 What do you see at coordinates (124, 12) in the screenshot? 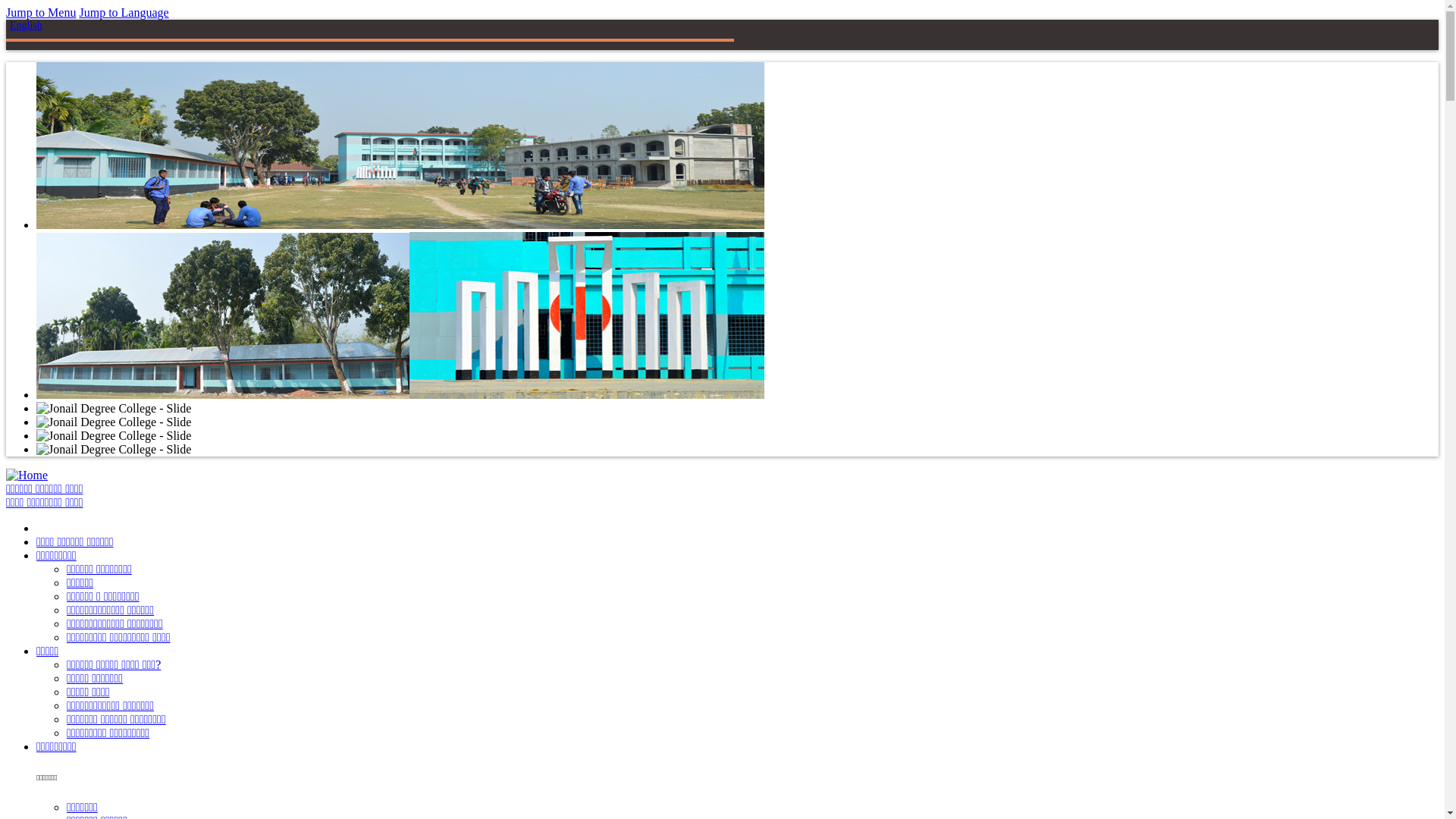
I see `'Jump to Language'` at bounding box center [124, 12].